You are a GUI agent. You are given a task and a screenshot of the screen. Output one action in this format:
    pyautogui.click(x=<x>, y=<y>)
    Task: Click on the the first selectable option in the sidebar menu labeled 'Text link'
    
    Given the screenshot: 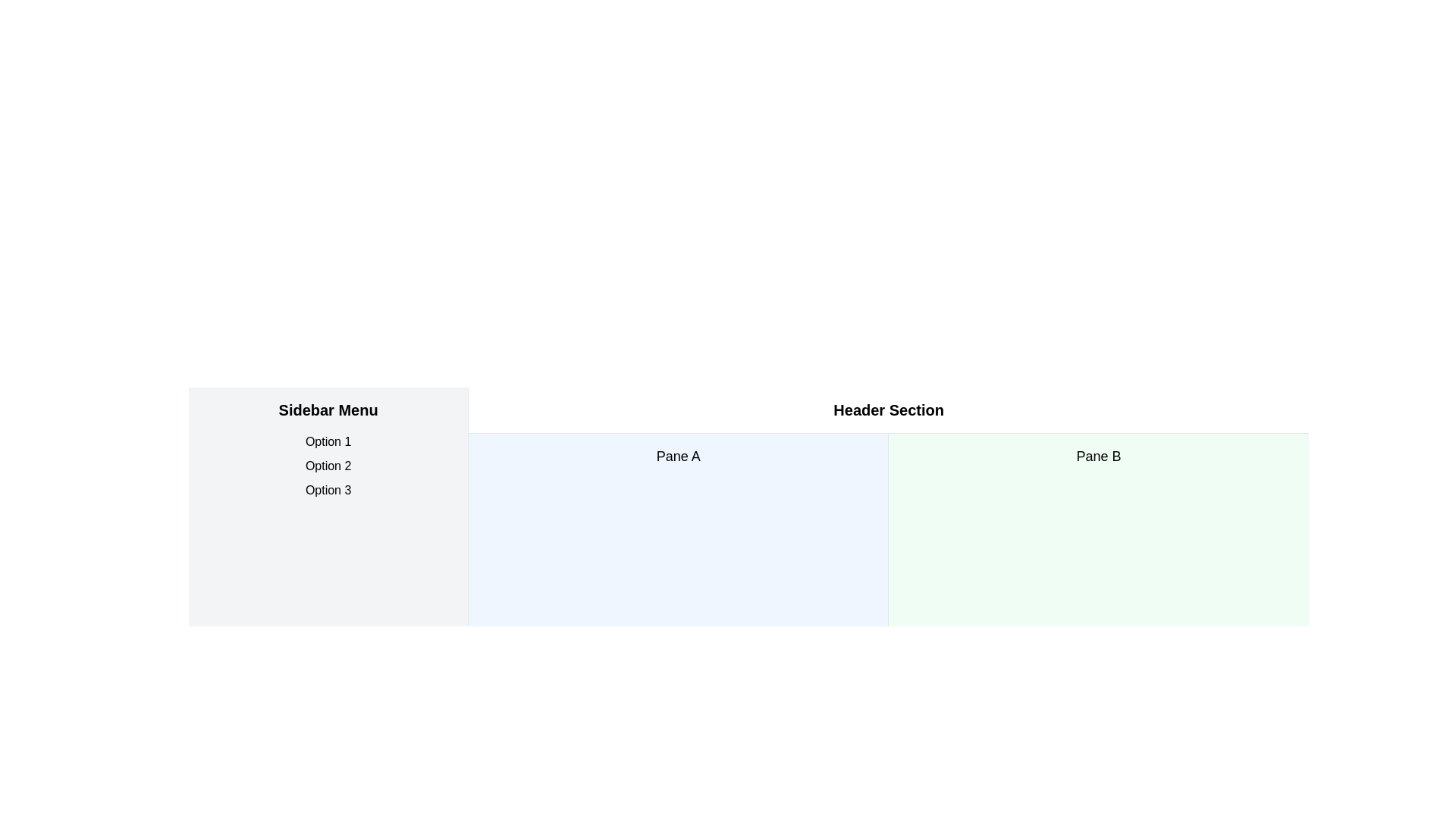 What is the action you would take?
    pyautogui.click(x=328, y=441)
    